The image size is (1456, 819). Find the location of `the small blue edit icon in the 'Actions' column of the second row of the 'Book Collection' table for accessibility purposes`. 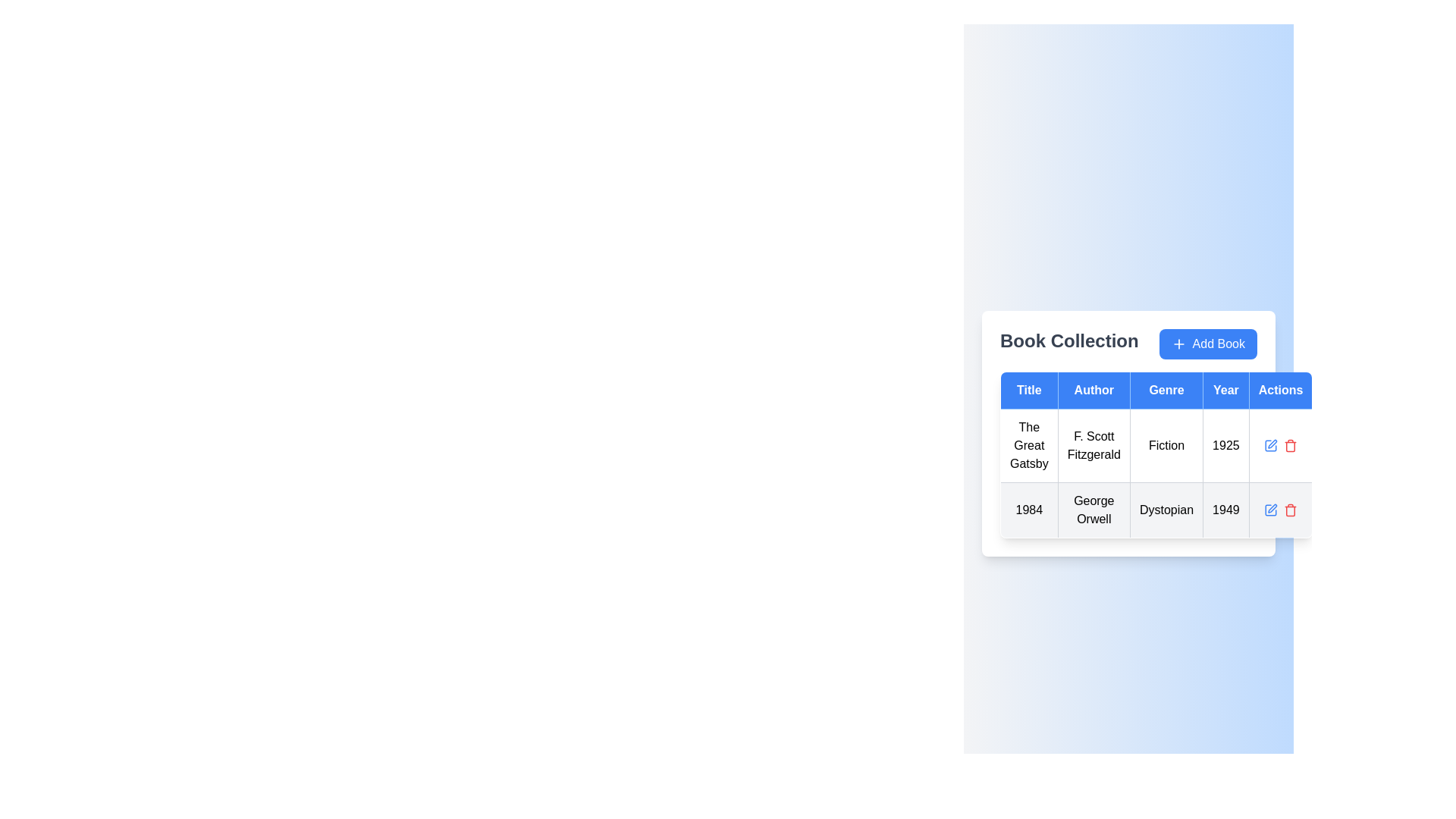

the small blue edit icon in the 'Actions' column of the second row of the 'Book Collection' table for accessibility purposes is located at coordinates (1270, 510).